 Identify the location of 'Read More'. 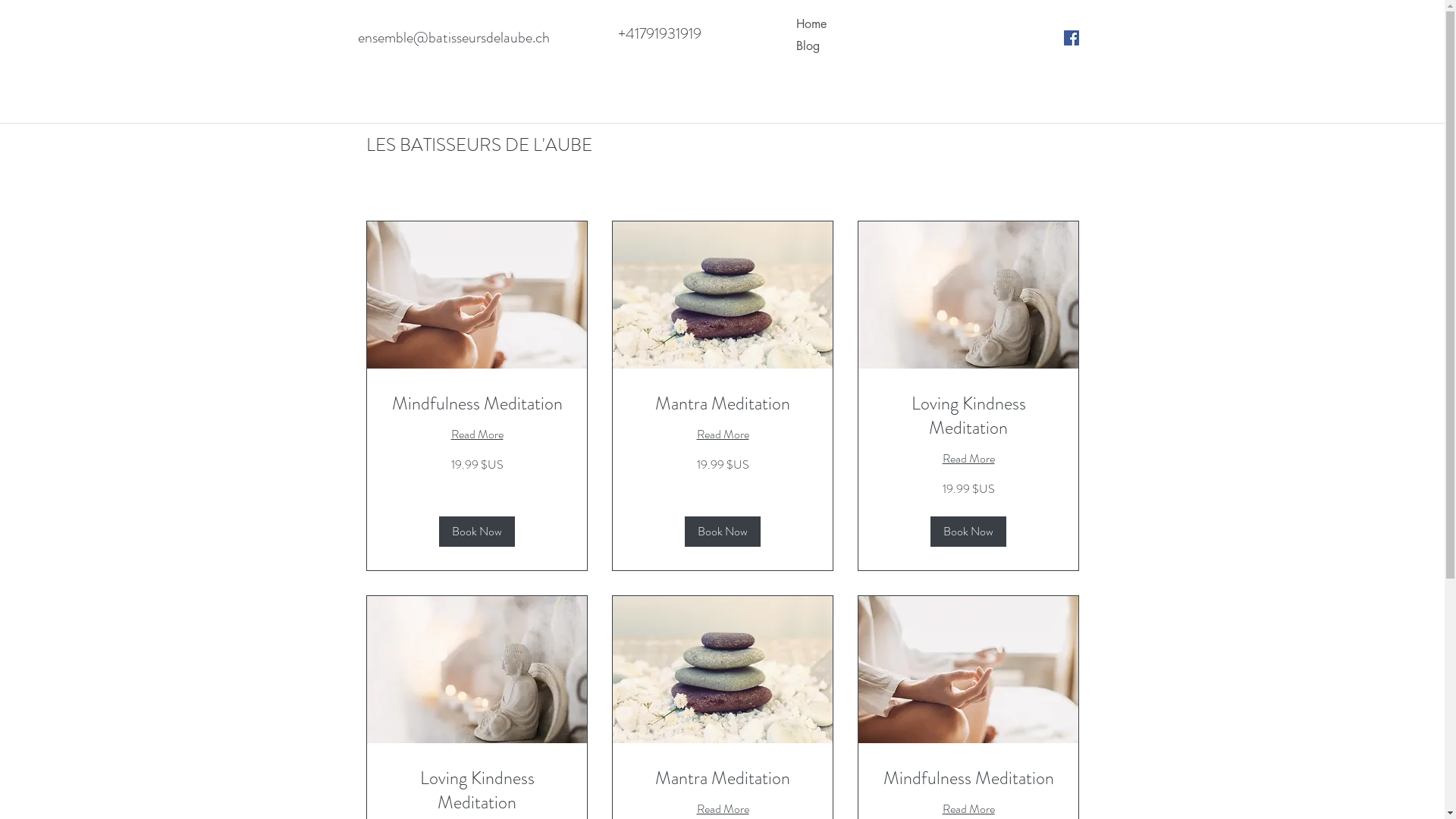
(967, 808).